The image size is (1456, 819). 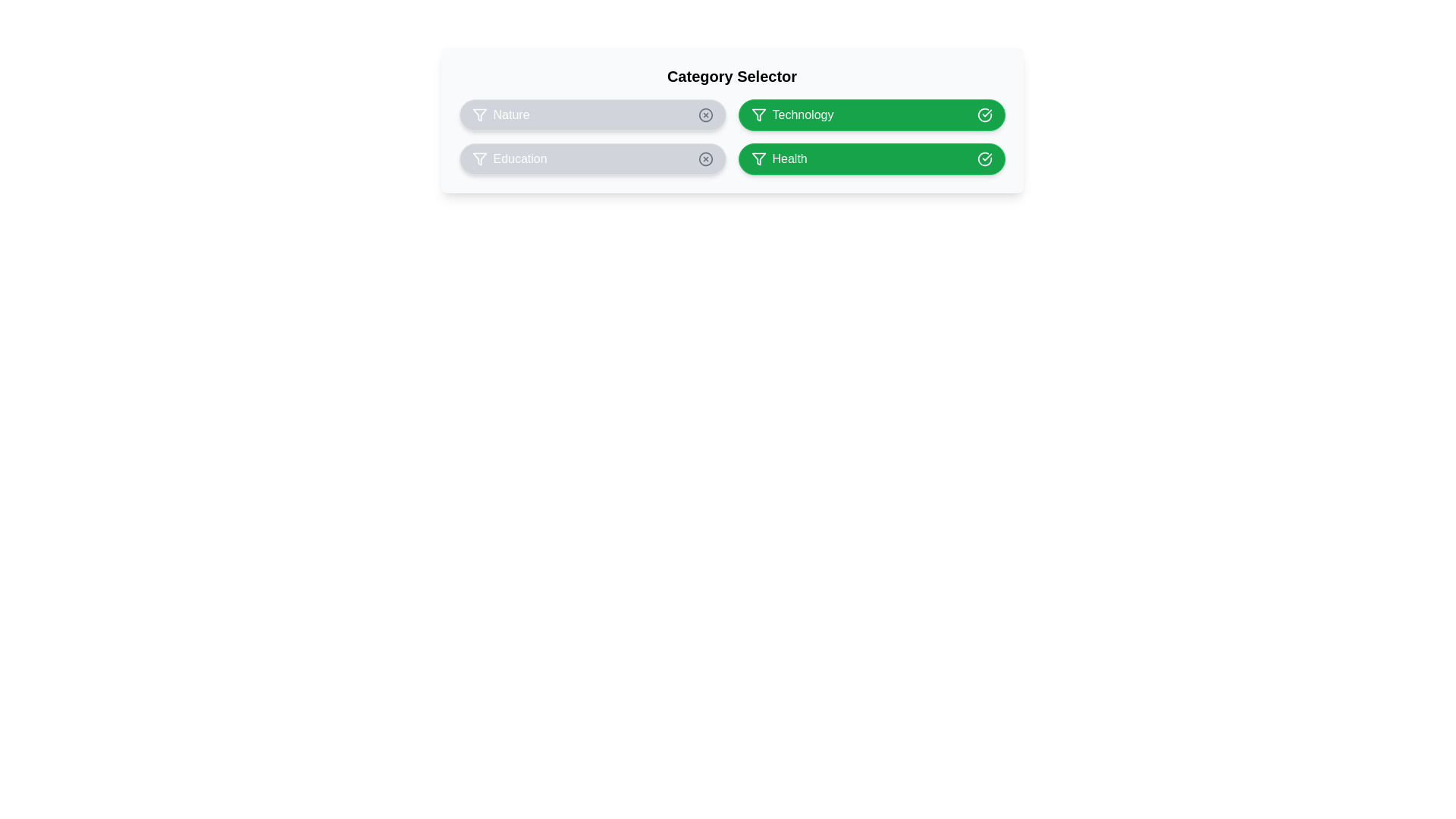 I want to click on the tag Education by clicking on it, so click(x=591, y=158).